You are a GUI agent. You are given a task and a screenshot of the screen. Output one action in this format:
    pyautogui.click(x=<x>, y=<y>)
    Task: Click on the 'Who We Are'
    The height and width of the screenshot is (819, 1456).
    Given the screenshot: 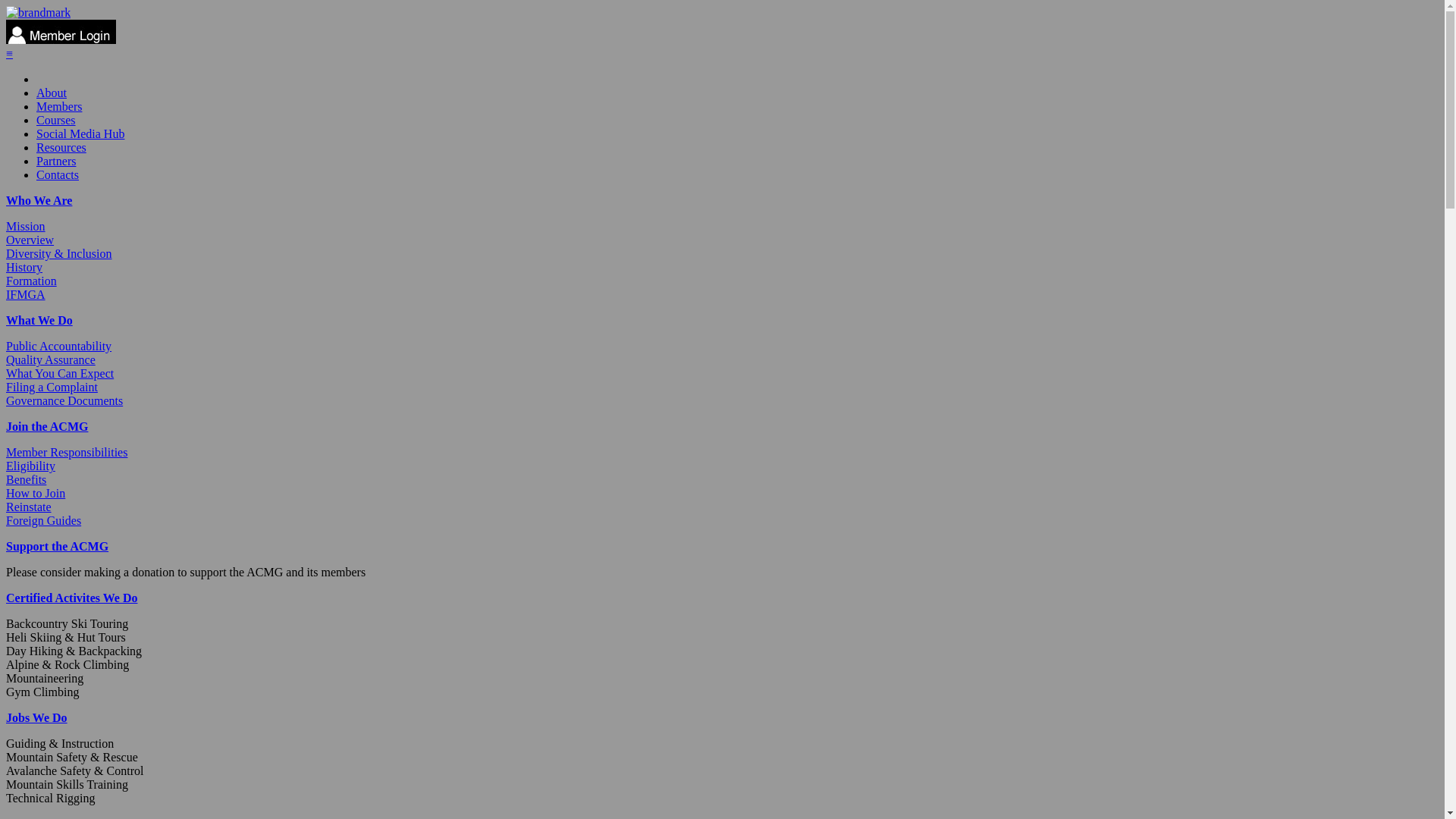 What is the action you would take?
    pyautogui.click(x=6, y=199)
    